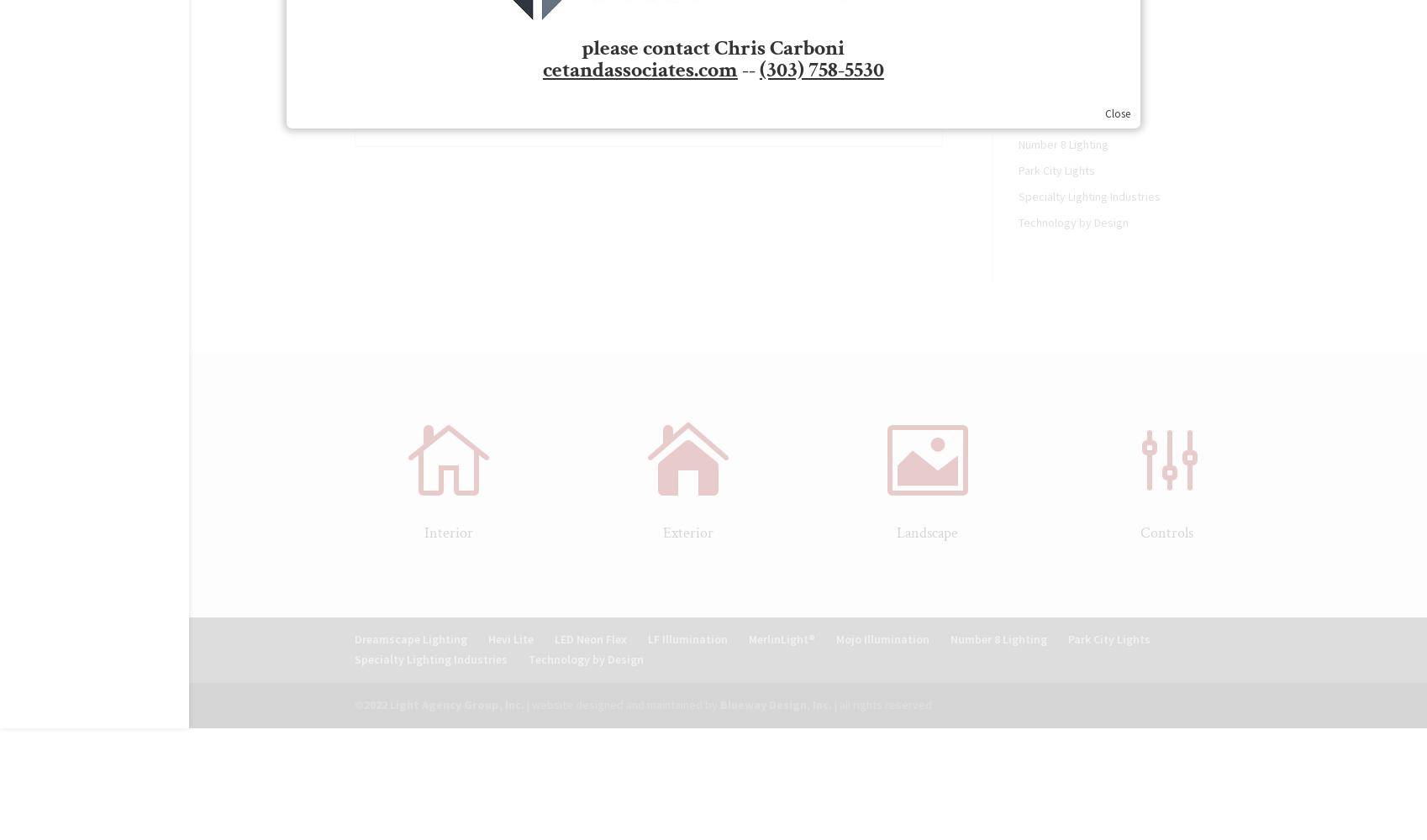  Describe the element at coordinates (927, 533) in the screenshot. I see `'Landscape'` at that location.